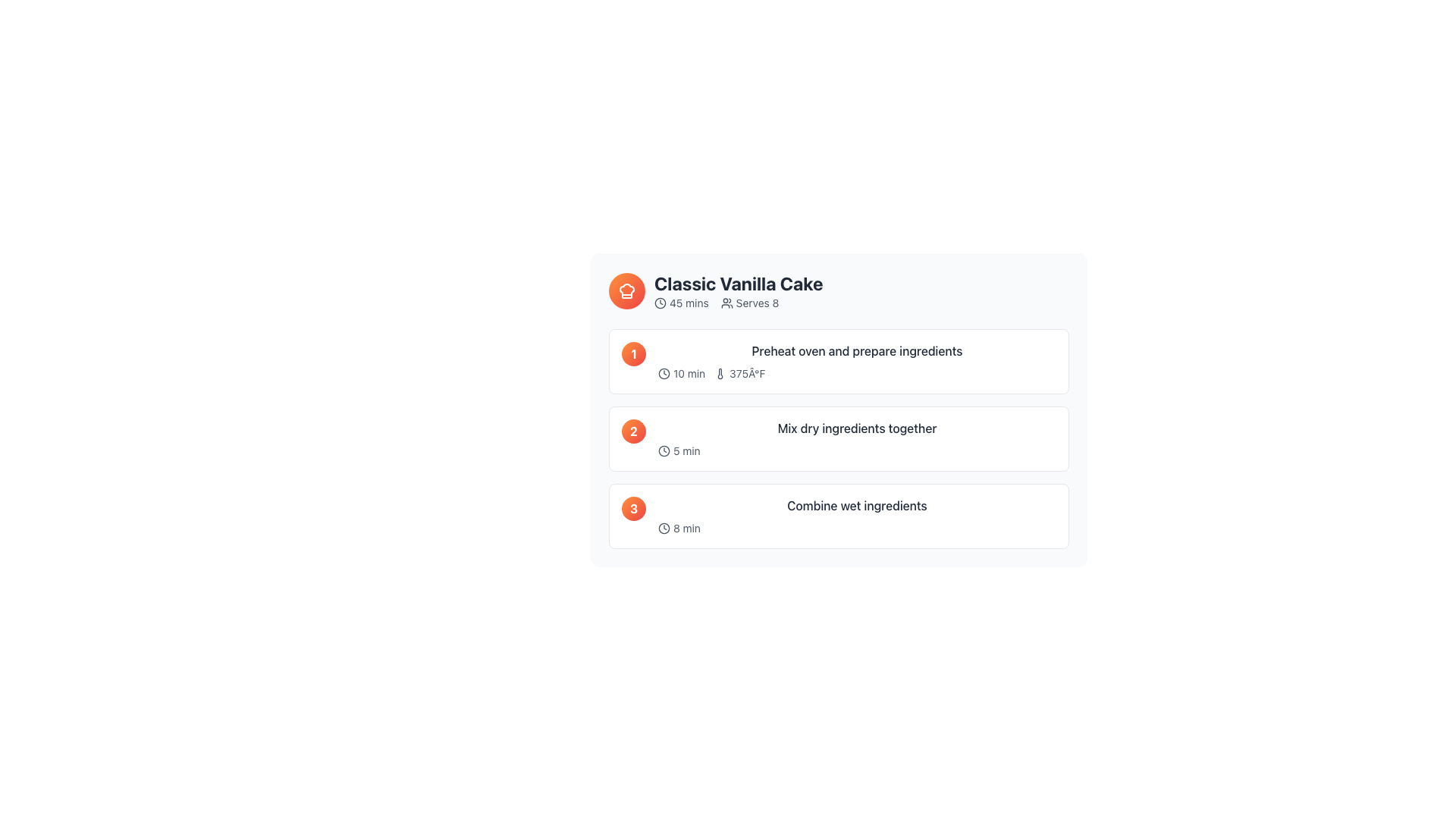 The width and height of the screenshot is (1456, 819). What do you see at coordinates (857, 362) in the screenshot?
I see `the informational text block displaying cooking instruction step 1, which includes duration and temperature requirements` at bounding box center [857, 362].